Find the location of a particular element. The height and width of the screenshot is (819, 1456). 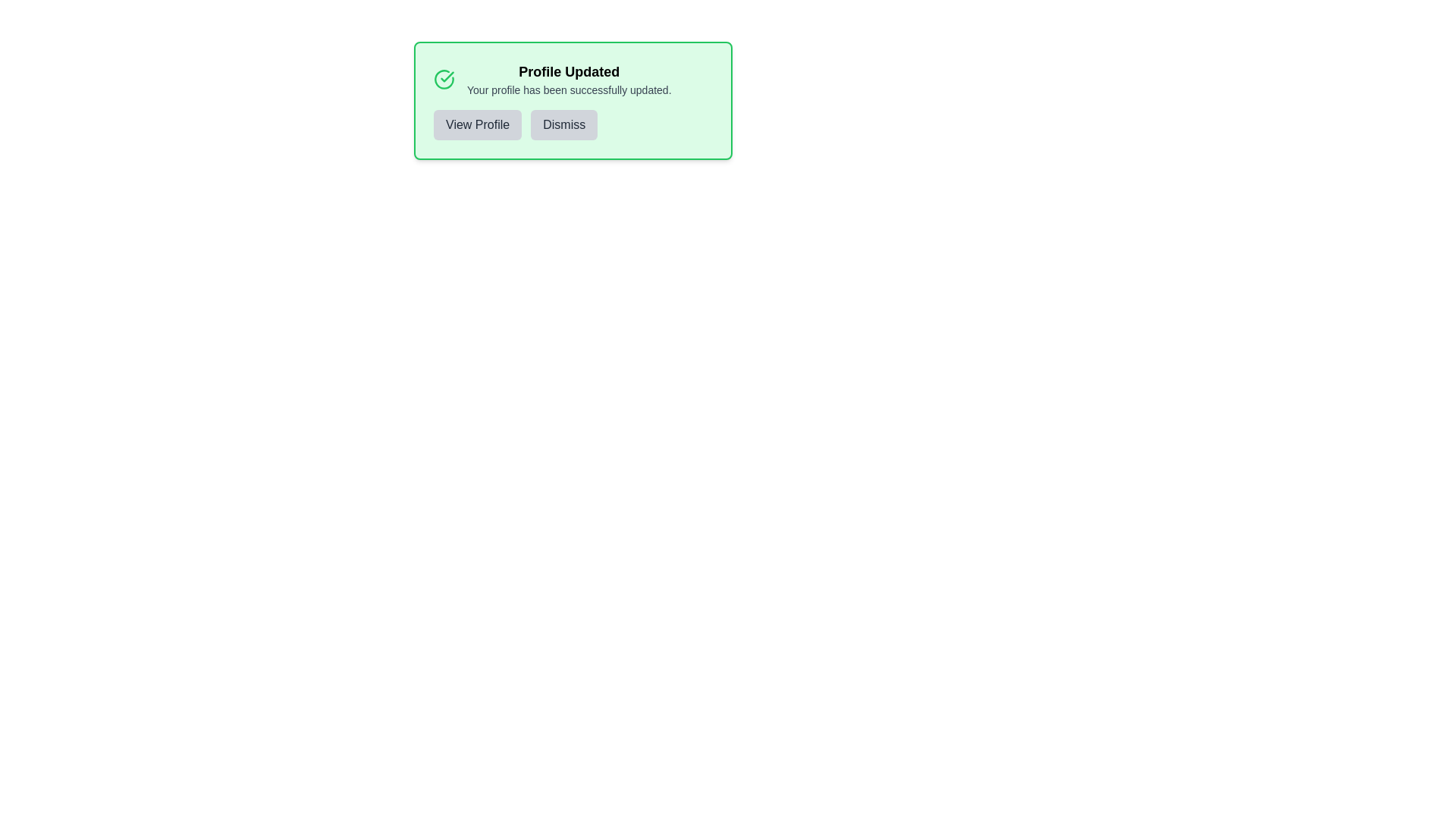

the success message text below the 'Profile Updated' heading within the notification card is located at coordinates (568, 90).